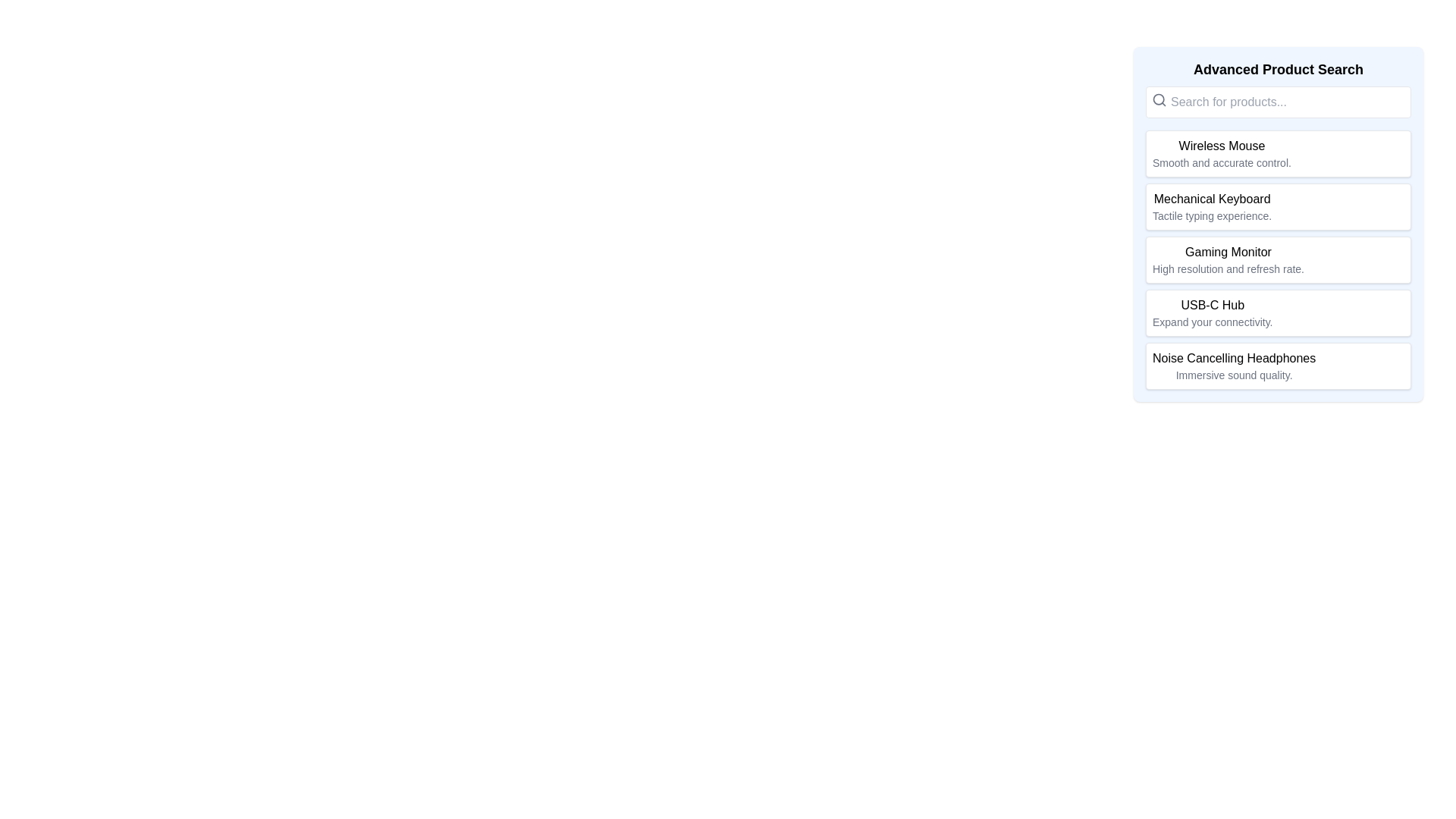  Describe the element at coordinates (1277, 259) in the screenshot. I see `the third card in the 'Advanced Product Search' section, which displays 'Gaming Monitor' in bold and has a white background with rounded edges` at that location.